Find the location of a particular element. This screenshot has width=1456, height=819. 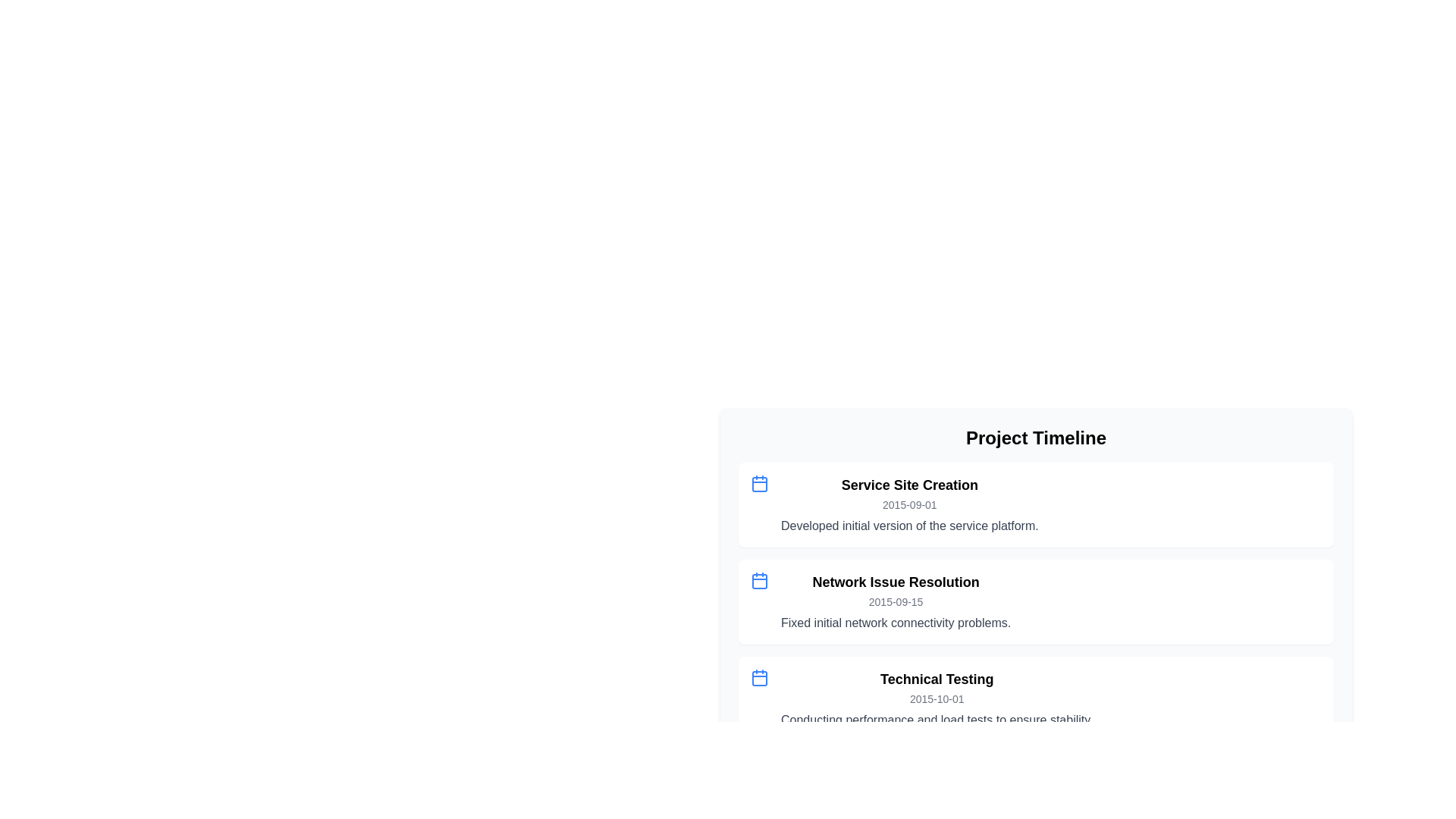

the text block containing the title 'Technical Testing', which is the third item in the vertical timeline list of events, for potential interactions is located at coordinates (936, 698).